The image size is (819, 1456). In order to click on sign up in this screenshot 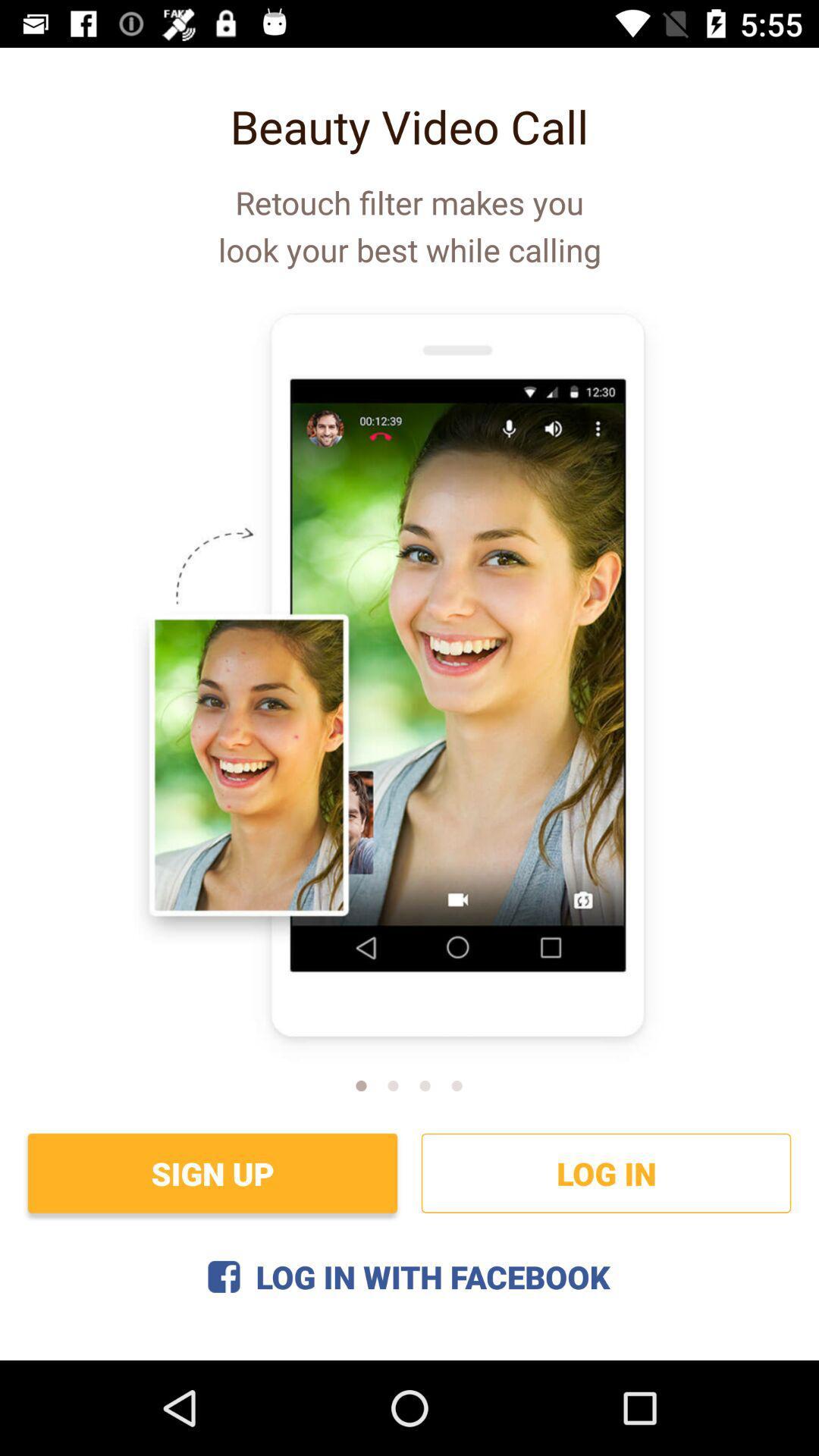, I will do `click(212, 1172)`.